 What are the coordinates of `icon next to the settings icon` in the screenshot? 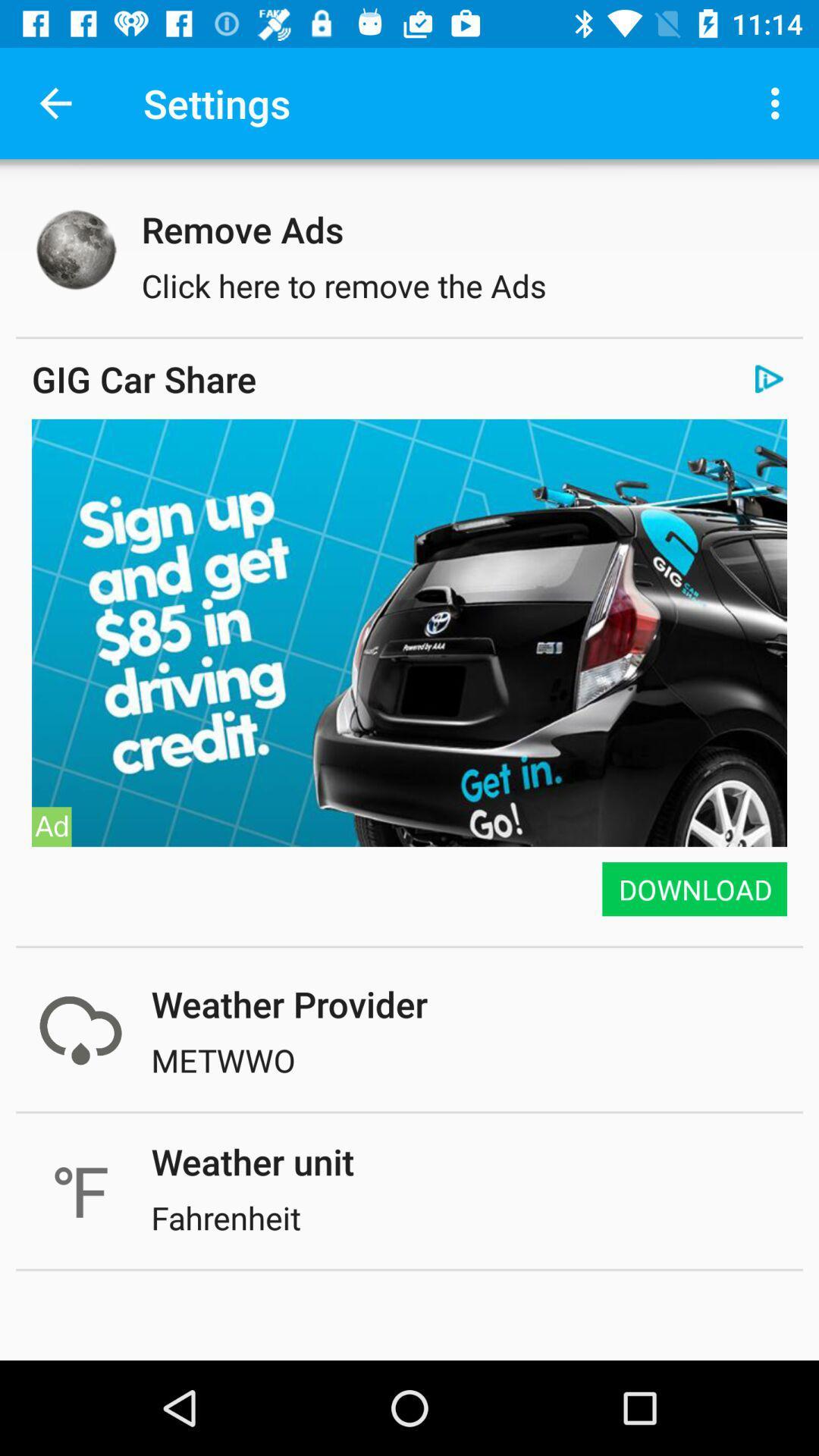 It's located at (779, 102).